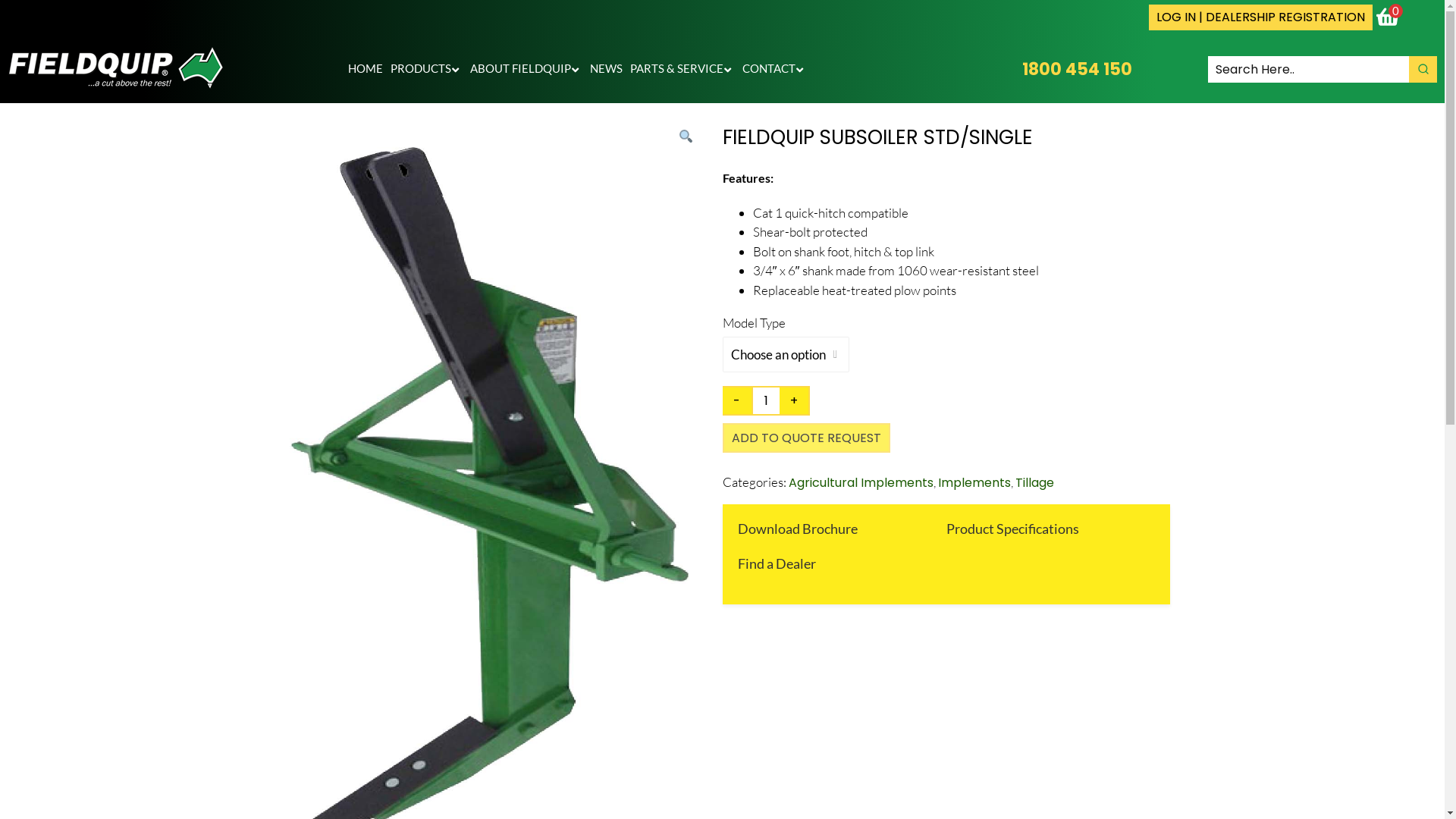 This screenshot has height=819, width=1456. Describe the element at coordinates (861, 482) in the screenshot. I see `'Agricultural Implements'` at that location.